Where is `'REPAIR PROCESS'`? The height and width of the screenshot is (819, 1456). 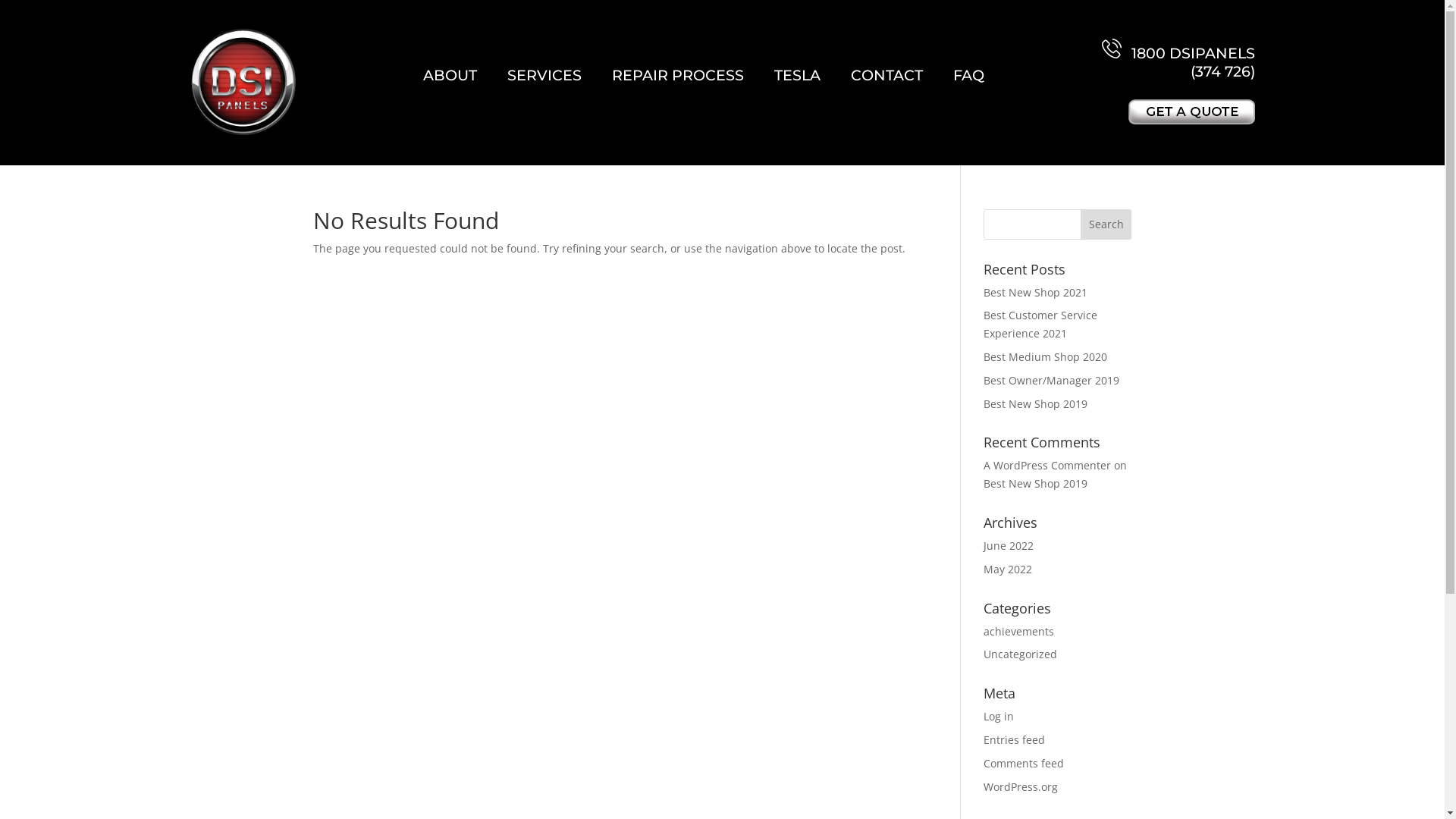
'REPAIR PROCESS' is located at coordinates (676, 75).